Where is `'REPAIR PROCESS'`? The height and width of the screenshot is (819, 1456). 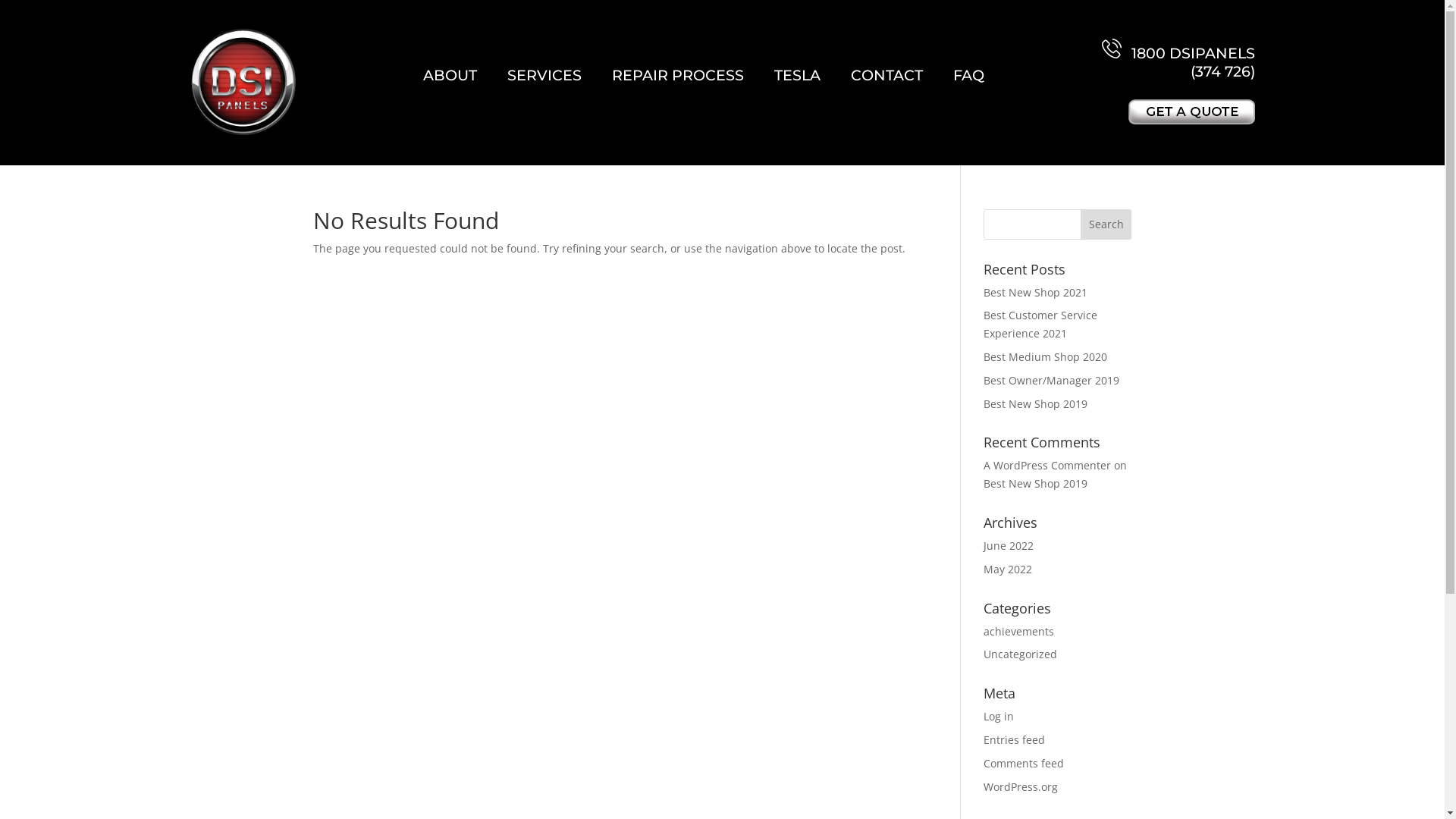
'REPAIR PROCESS' is located at coordinates (676, 75).